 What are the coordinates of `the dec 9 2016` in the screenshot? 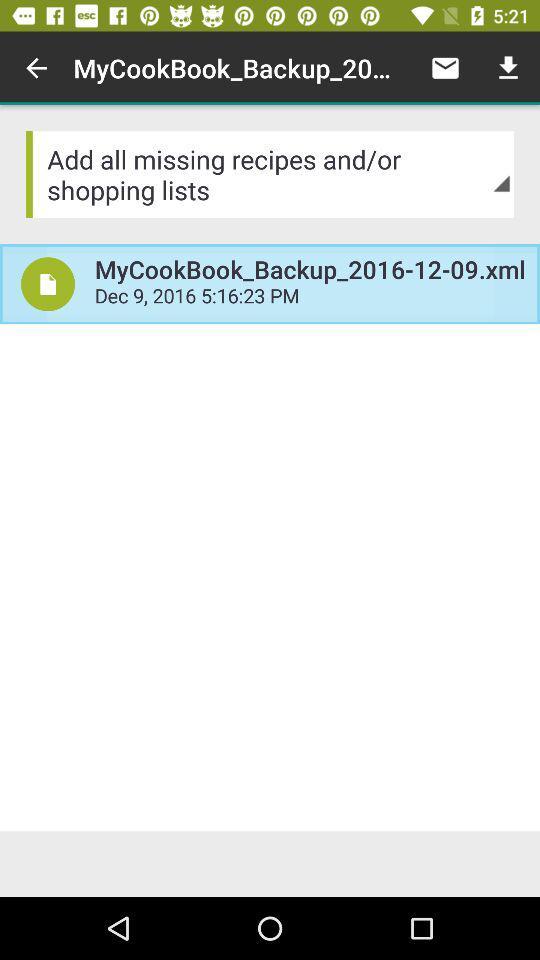 It's located at (310, 297).